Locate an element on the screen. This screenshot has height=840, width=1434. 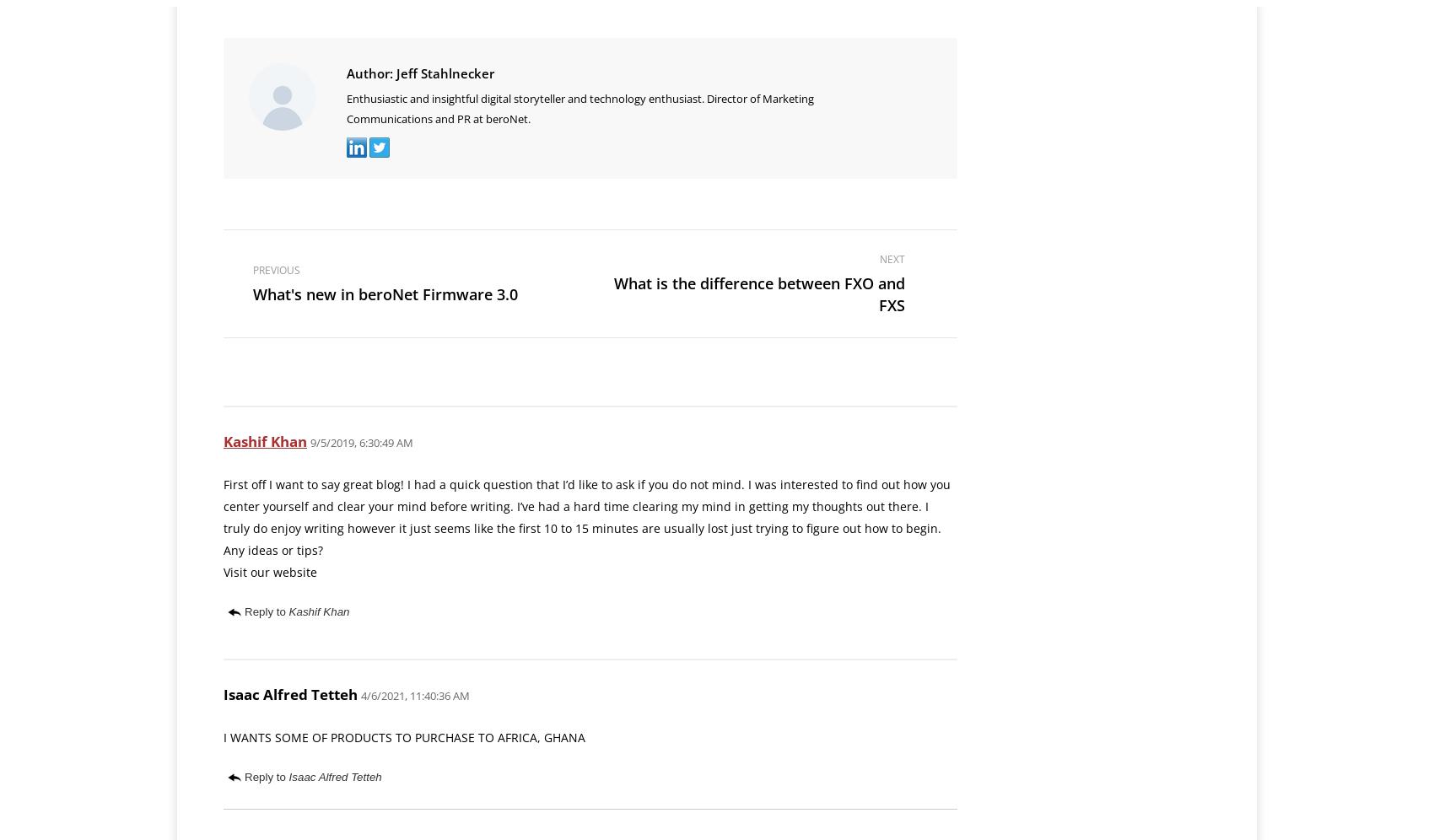
'First off I want to say great blog! I had a quick question that I’d like to ask if you do not mind. I was interested to find out how you center yourself and clear your mind before writing. I’ve had a hard time clearing my mind in getting my thoughts out there. I truly do enjoy writing however it just seems like the first 10 to 15 minutes are usually lost just trying to figure out how to begin. Any ideas or tips?' is located at coordinates (586, 517).